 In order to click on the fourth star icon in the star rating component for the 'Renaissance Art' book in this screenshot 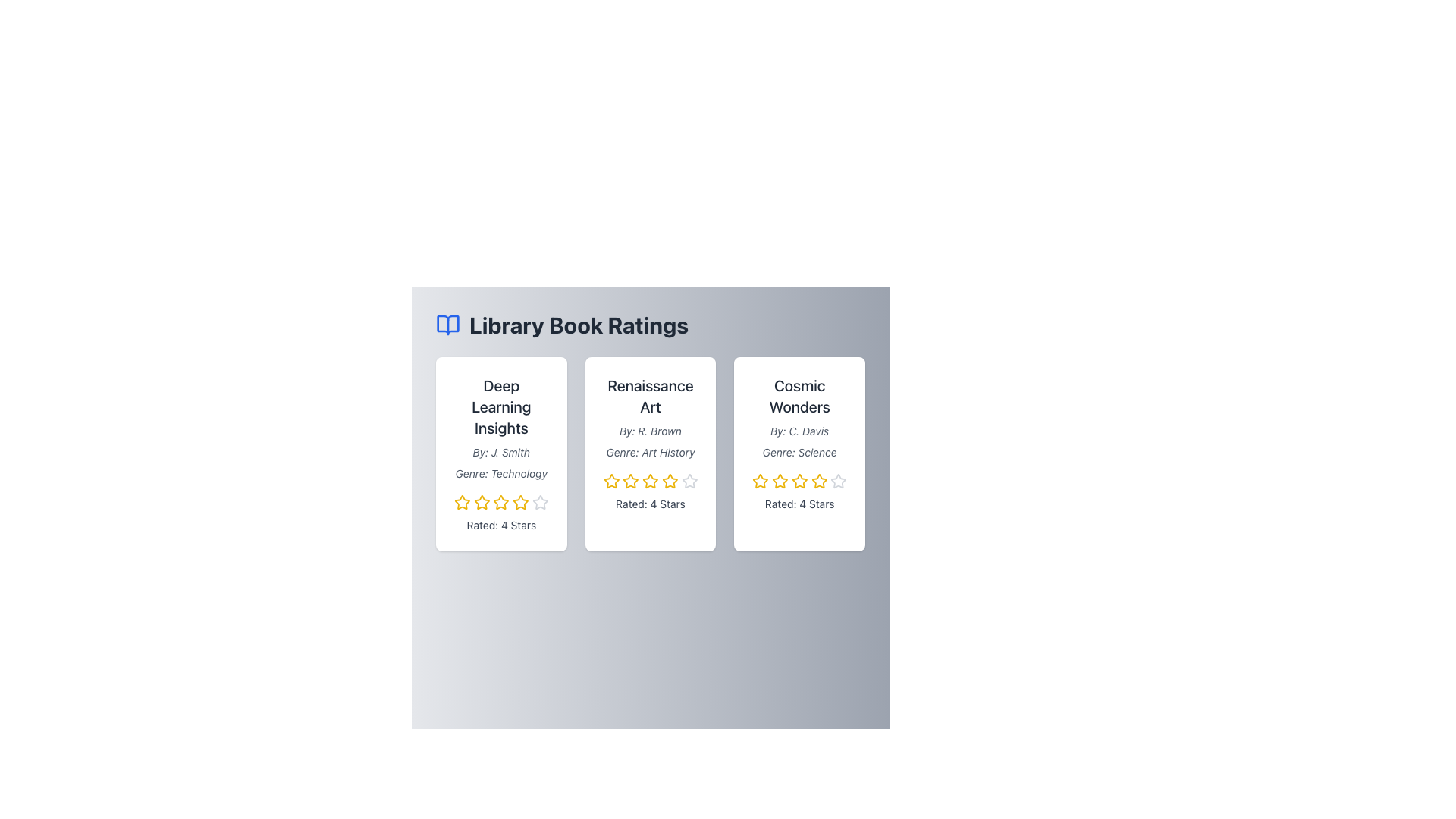, I will do `click(689, 481)`.